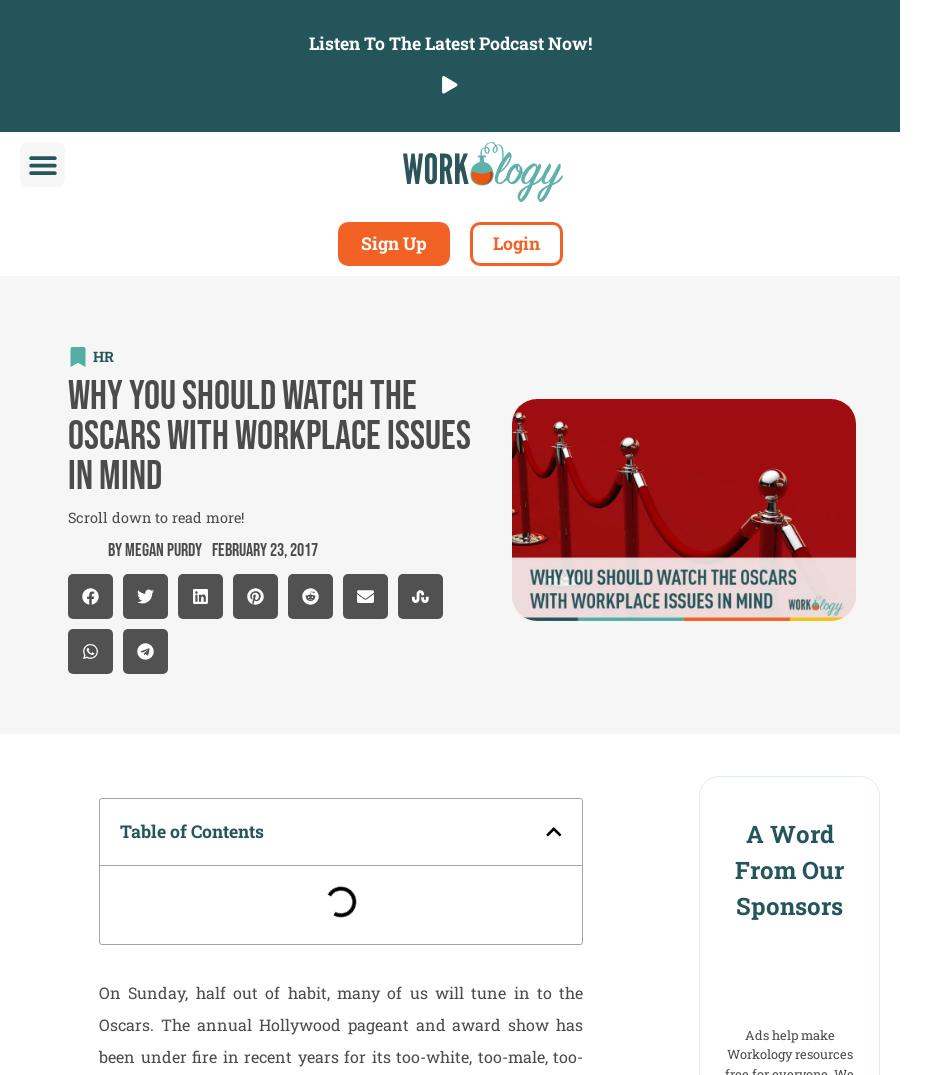 Image resolution: width=947 pixels, height=1075 pixels. Describe the element at coordinates (102, 355) in the screenshot. I see `'HR'` at that location.